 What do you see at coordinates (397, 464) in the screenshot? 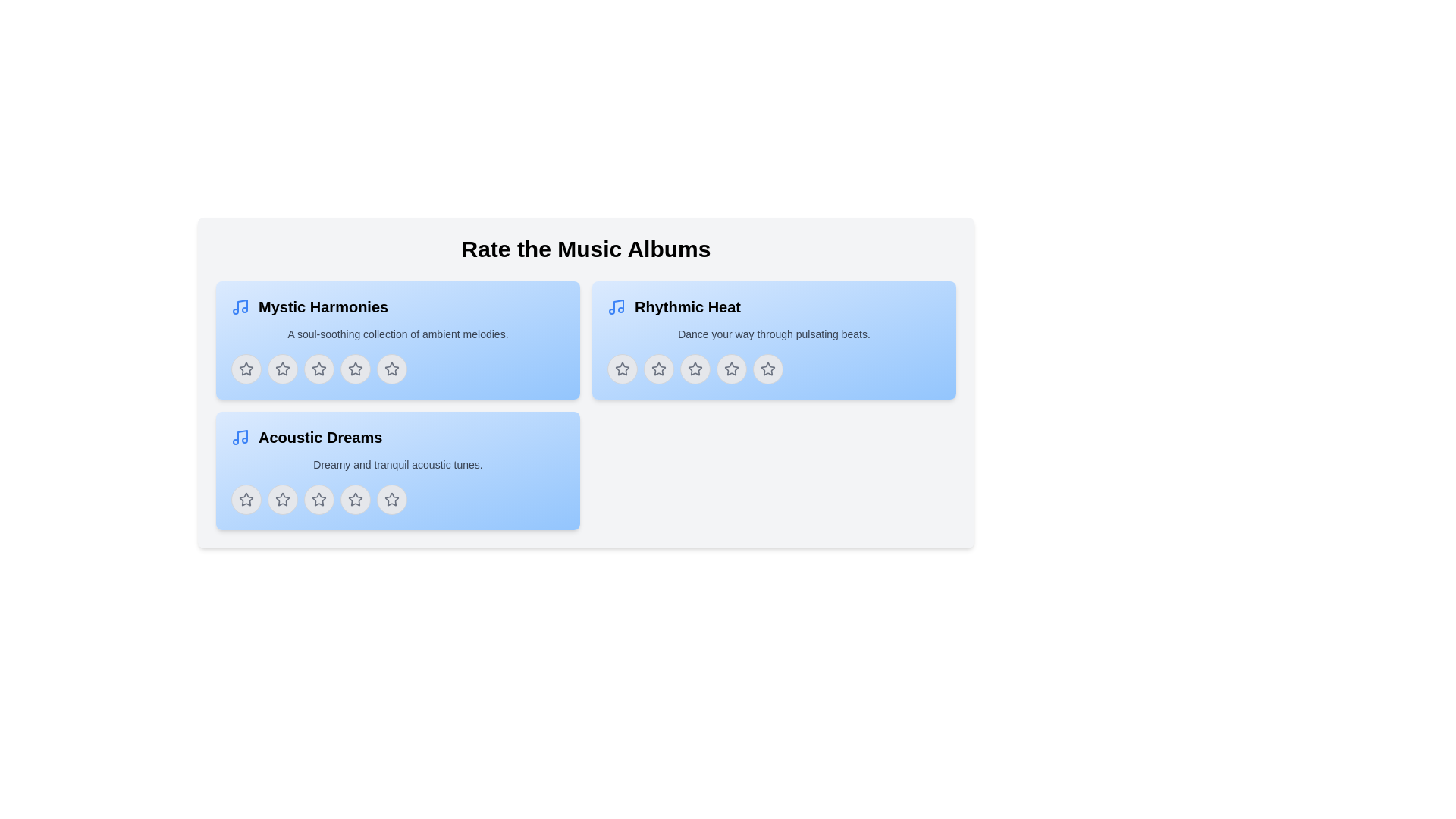
I see `the text label providing a description for the music album 'Acoustic Dreams', located in the lower section of the second card in the grid layout` at bounding box center [397, 464].